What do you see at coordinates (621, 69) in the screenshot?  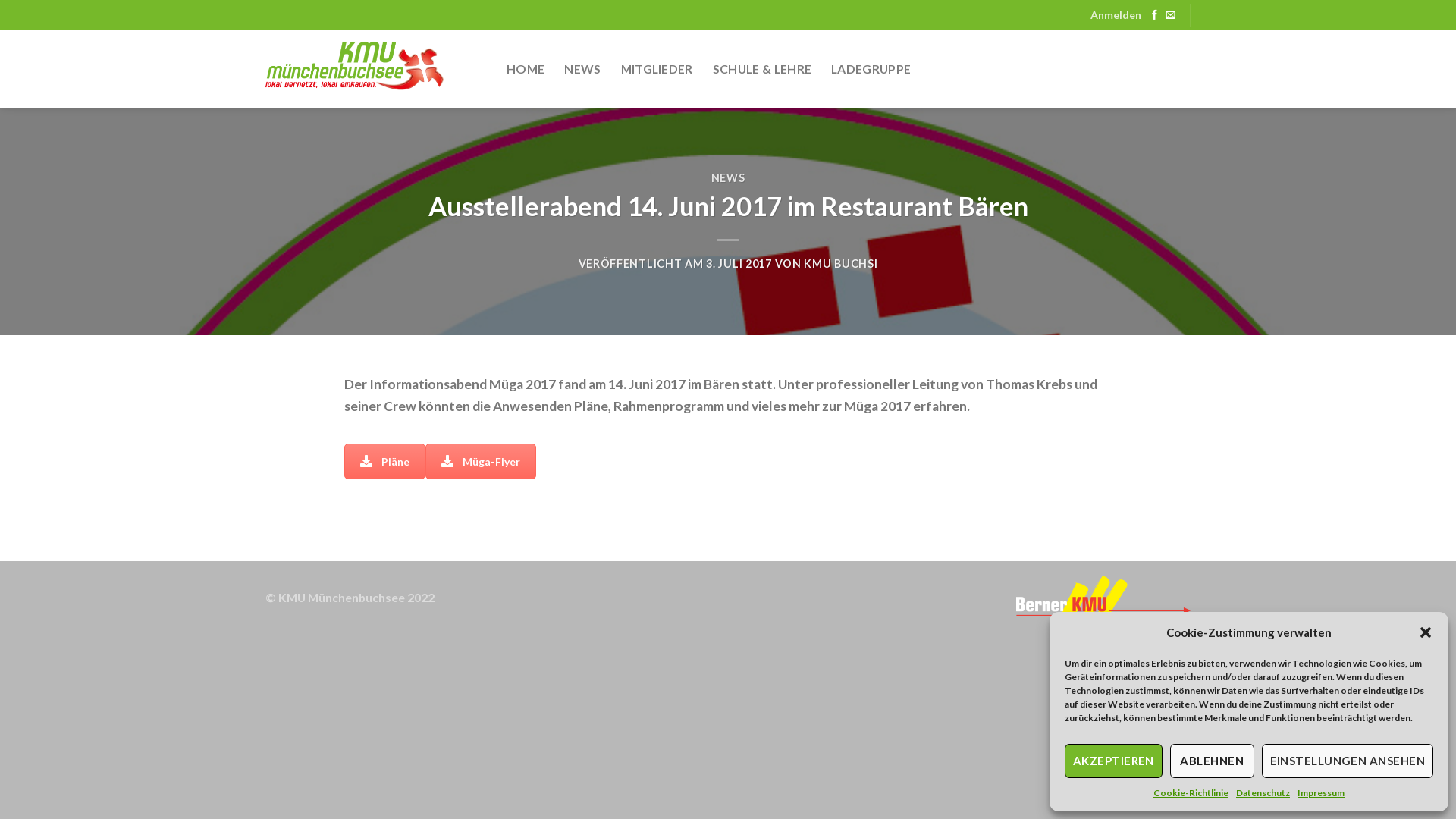 I see `'MITGLIEDER'` at bounding box center [621, 69].